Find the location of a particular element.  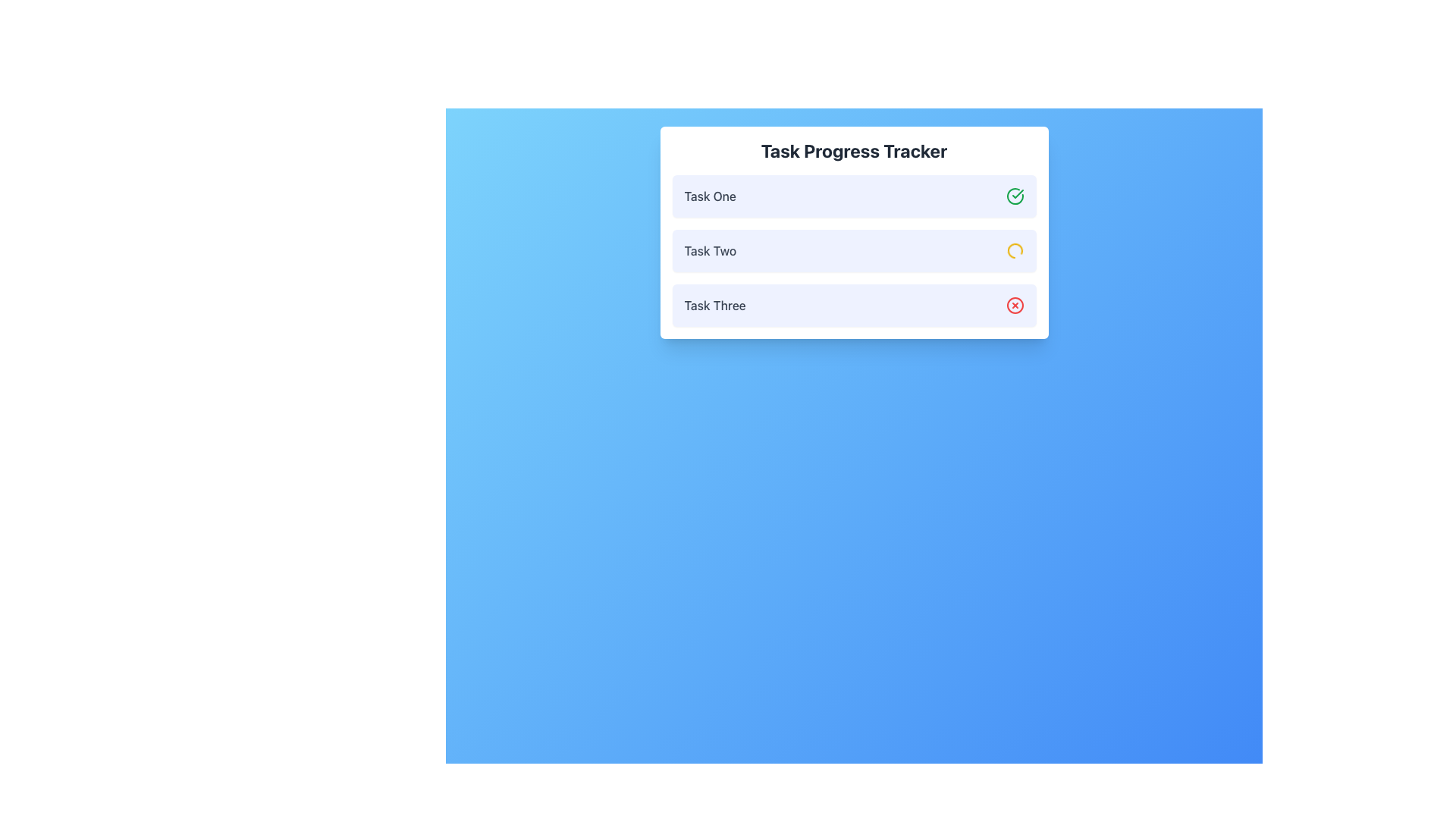

the yellow spinning icon indicating the status of the task entry labeled 'Task Two' in the task tracker is located at coordinates (854, 250).